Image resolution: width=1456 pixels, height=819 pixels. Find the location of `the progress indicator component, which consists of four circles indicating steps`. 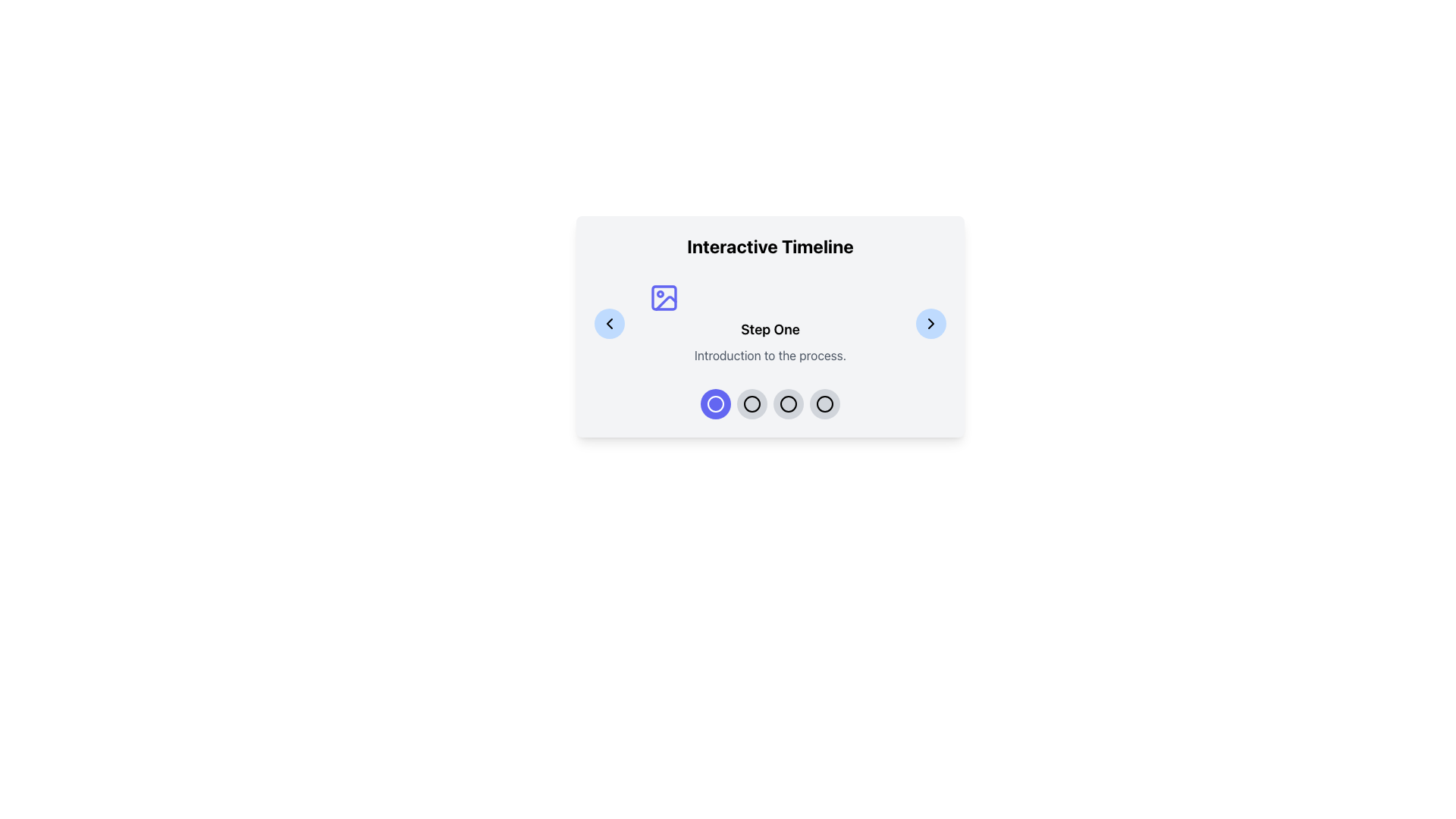

the progress indicator component, which consists of four circles indicating steps is located at coordinates (770, 403).